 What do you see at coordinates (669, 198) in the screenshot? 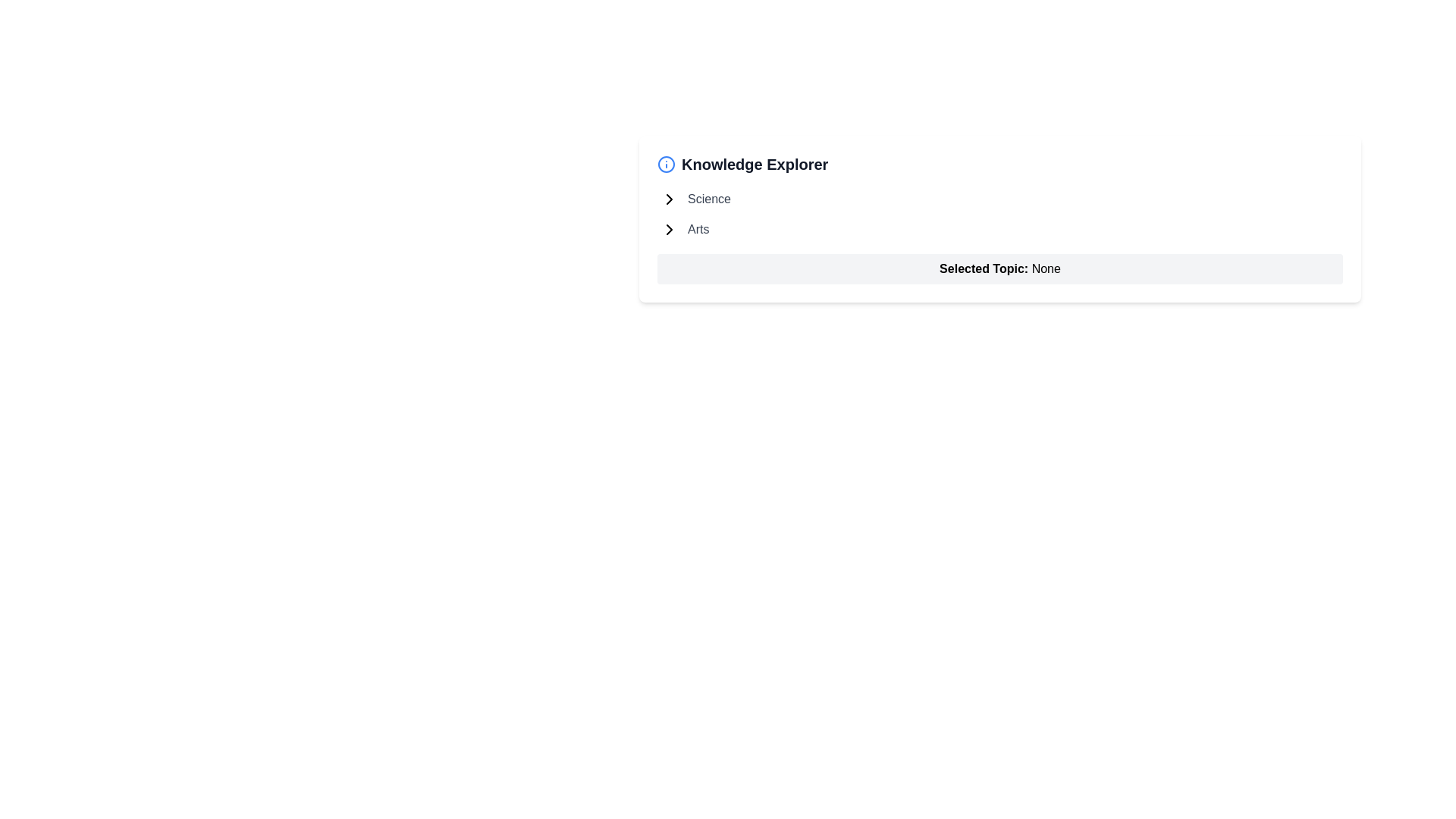
I see `the small chevron icon pointing to the right, located to the left of the 'Science' text label` at bounding box center [669, 198].